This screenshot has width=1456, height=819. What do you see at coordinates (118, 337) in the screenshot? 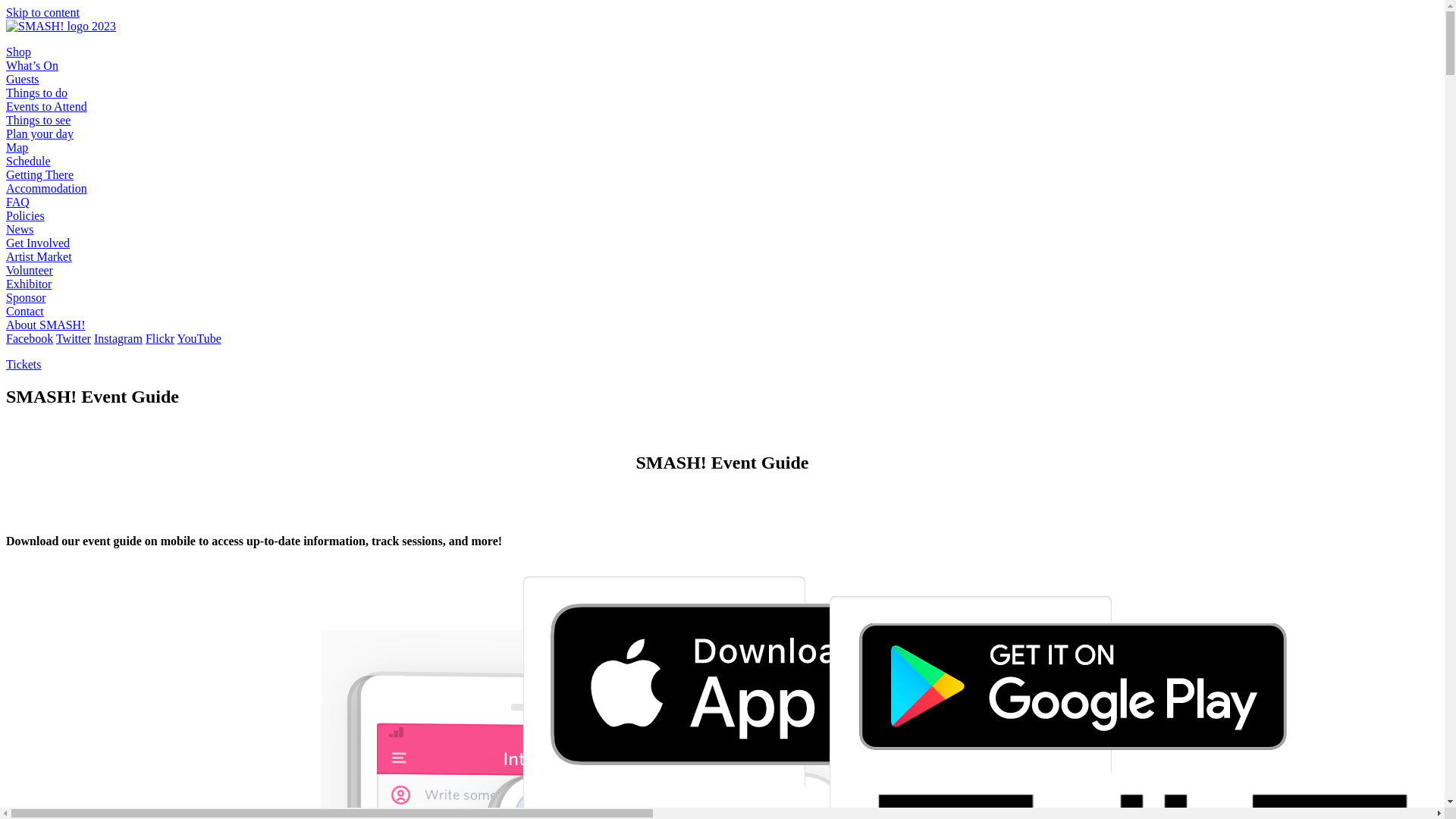
I see `'Instagram'` at bounding box center [118, 337].